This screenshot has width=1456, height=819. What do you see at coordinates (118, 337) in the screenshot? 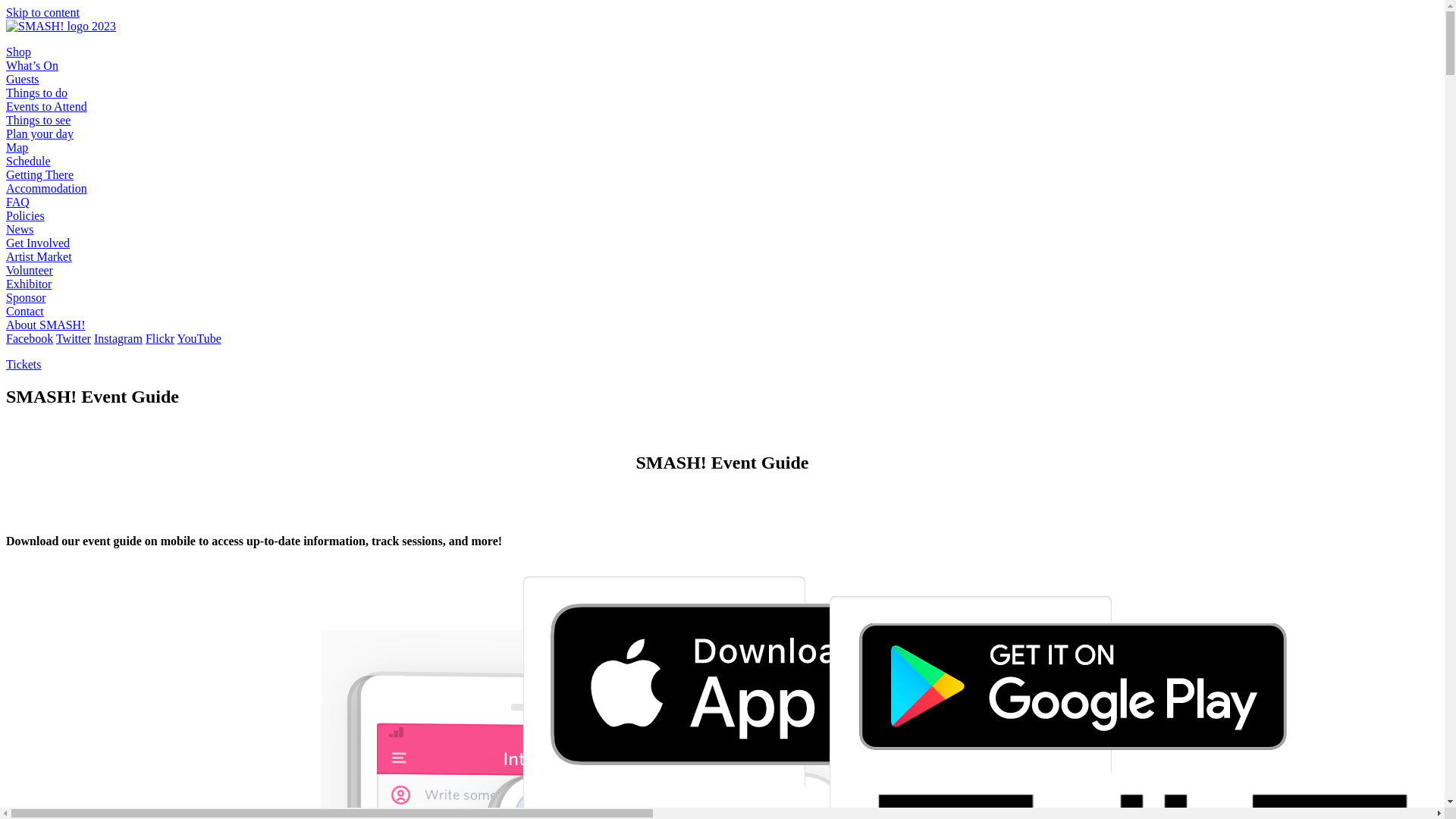
I see `'Instagram'` at bounding box center [118, 337].